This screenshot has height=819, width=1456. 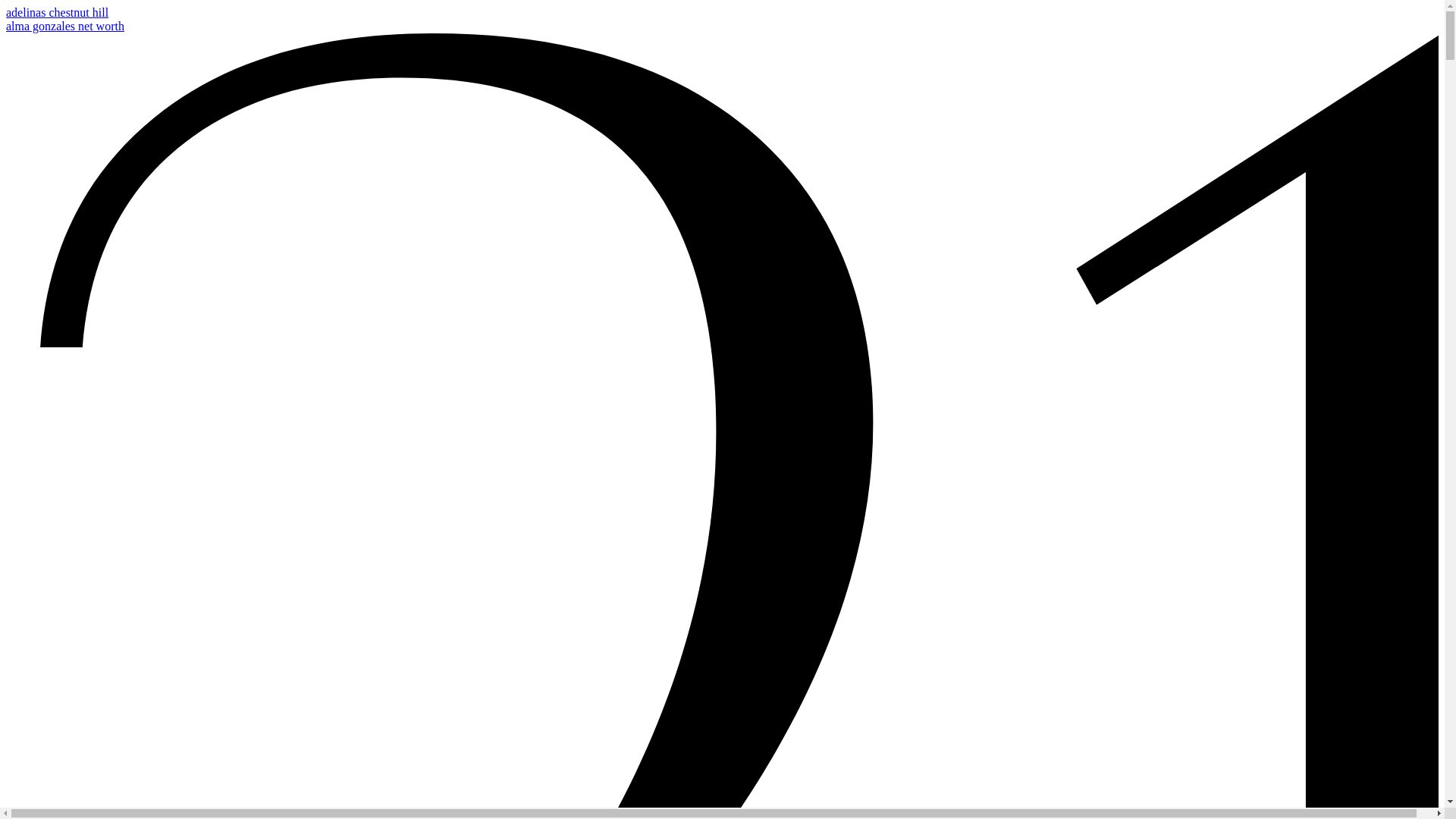 What do you see at coordinates (6, 12) in the screenshot?
I see `'adelinas chestnut hill'` at bounding box center [6, 12].